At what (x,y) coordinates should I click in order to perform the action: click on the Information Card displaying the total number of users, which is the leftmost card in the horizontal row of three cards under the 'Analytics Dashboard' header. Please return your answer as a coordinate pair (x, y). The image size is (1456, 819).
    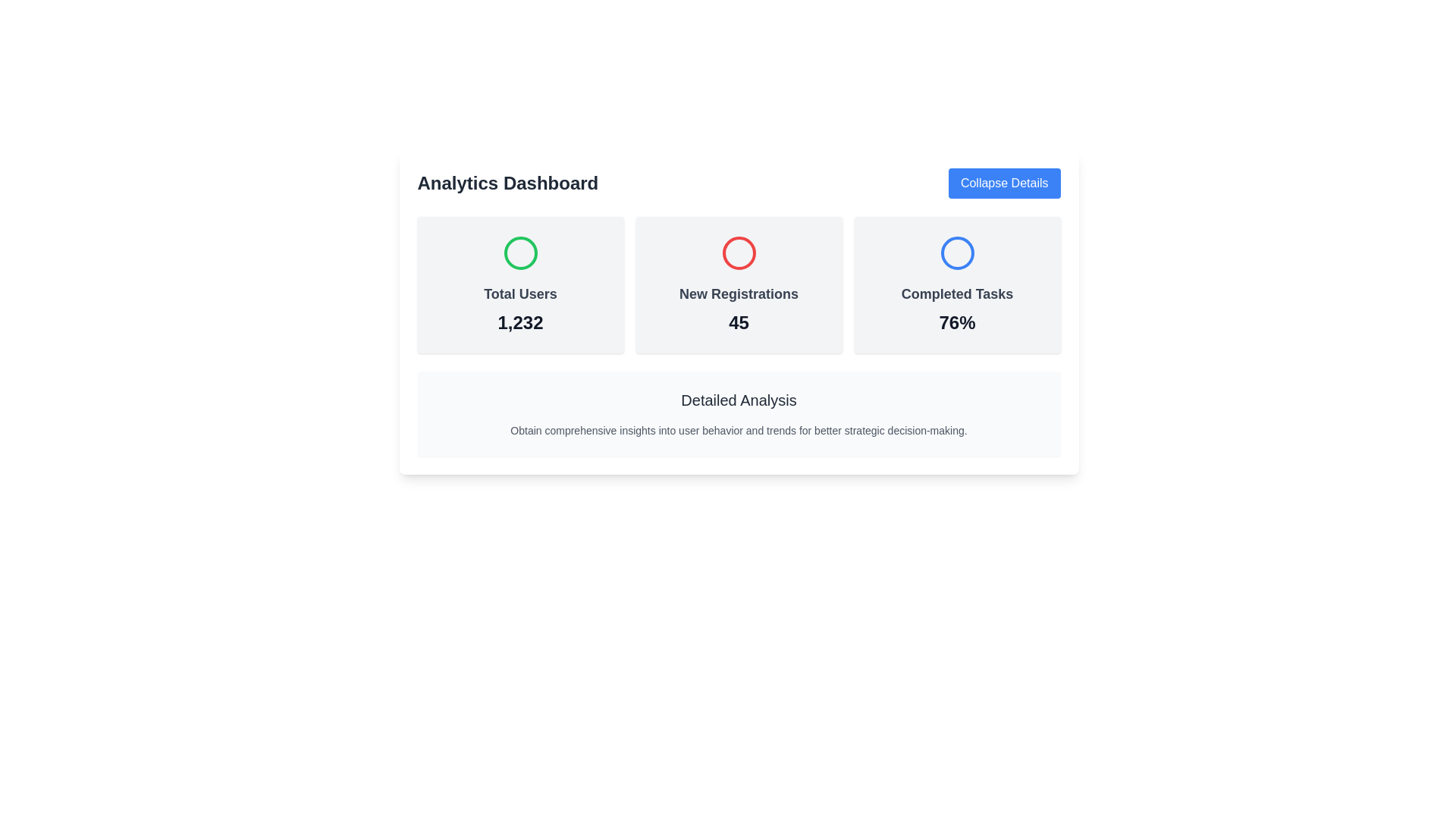
    Looking at the image, I should click on (520, 284).